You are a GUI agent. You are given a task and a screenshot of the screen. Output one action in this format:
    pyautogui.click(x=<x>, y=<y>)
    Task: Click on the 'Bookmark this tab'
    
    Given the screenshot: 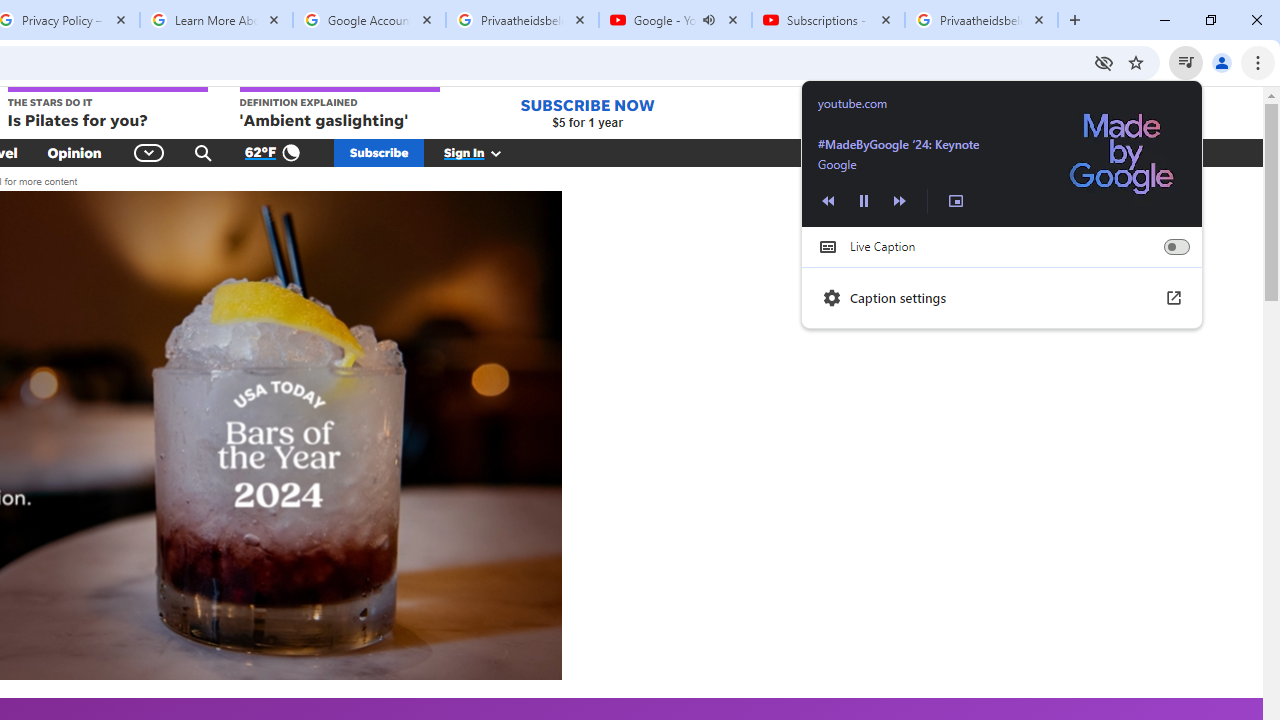 What is the action you would take?
    pyautogui.click(x=1136, y=61)
    